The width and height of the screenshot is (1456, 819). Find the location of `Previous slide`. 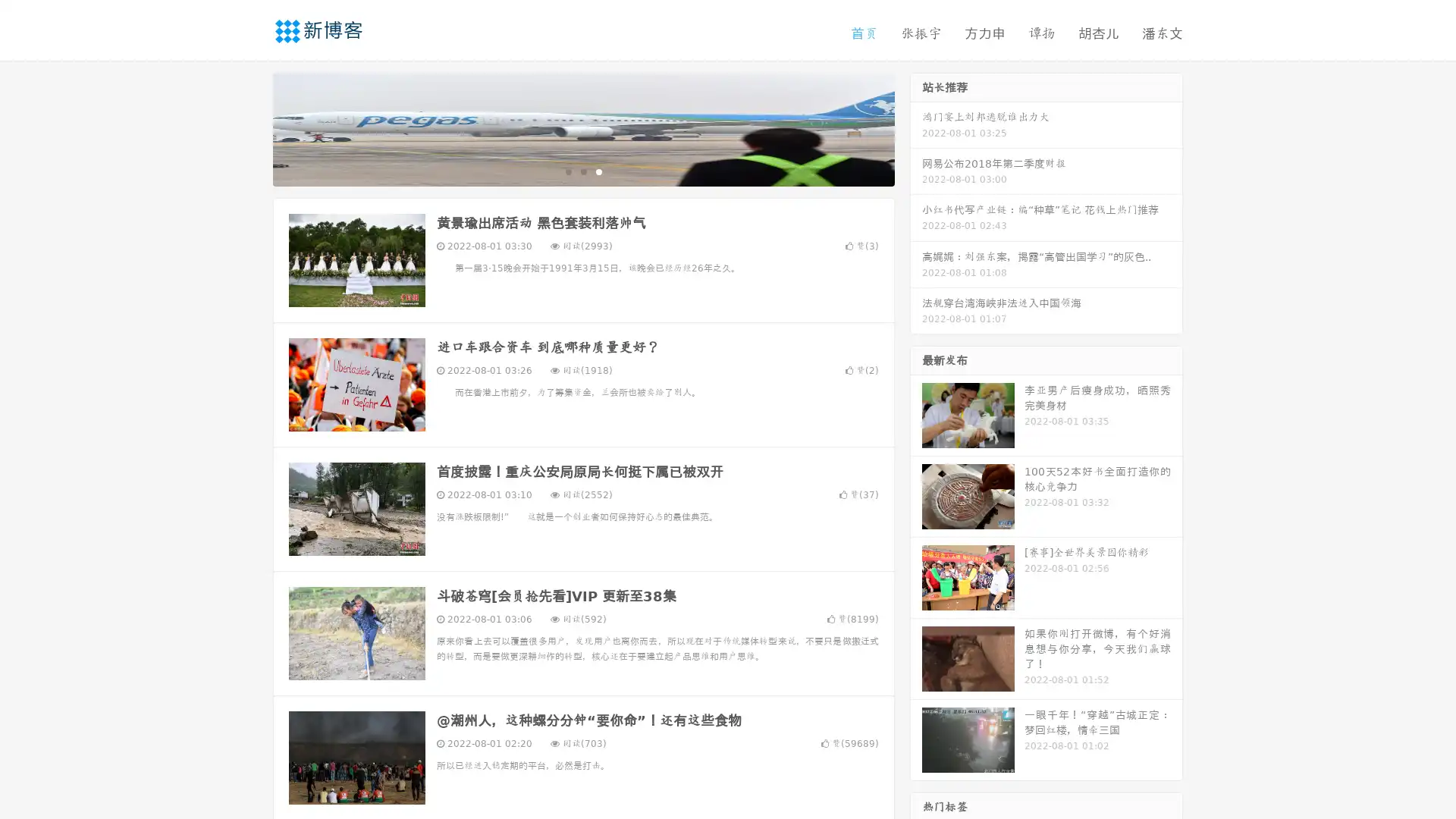

Previous slide is located at coordinates (250, 127).